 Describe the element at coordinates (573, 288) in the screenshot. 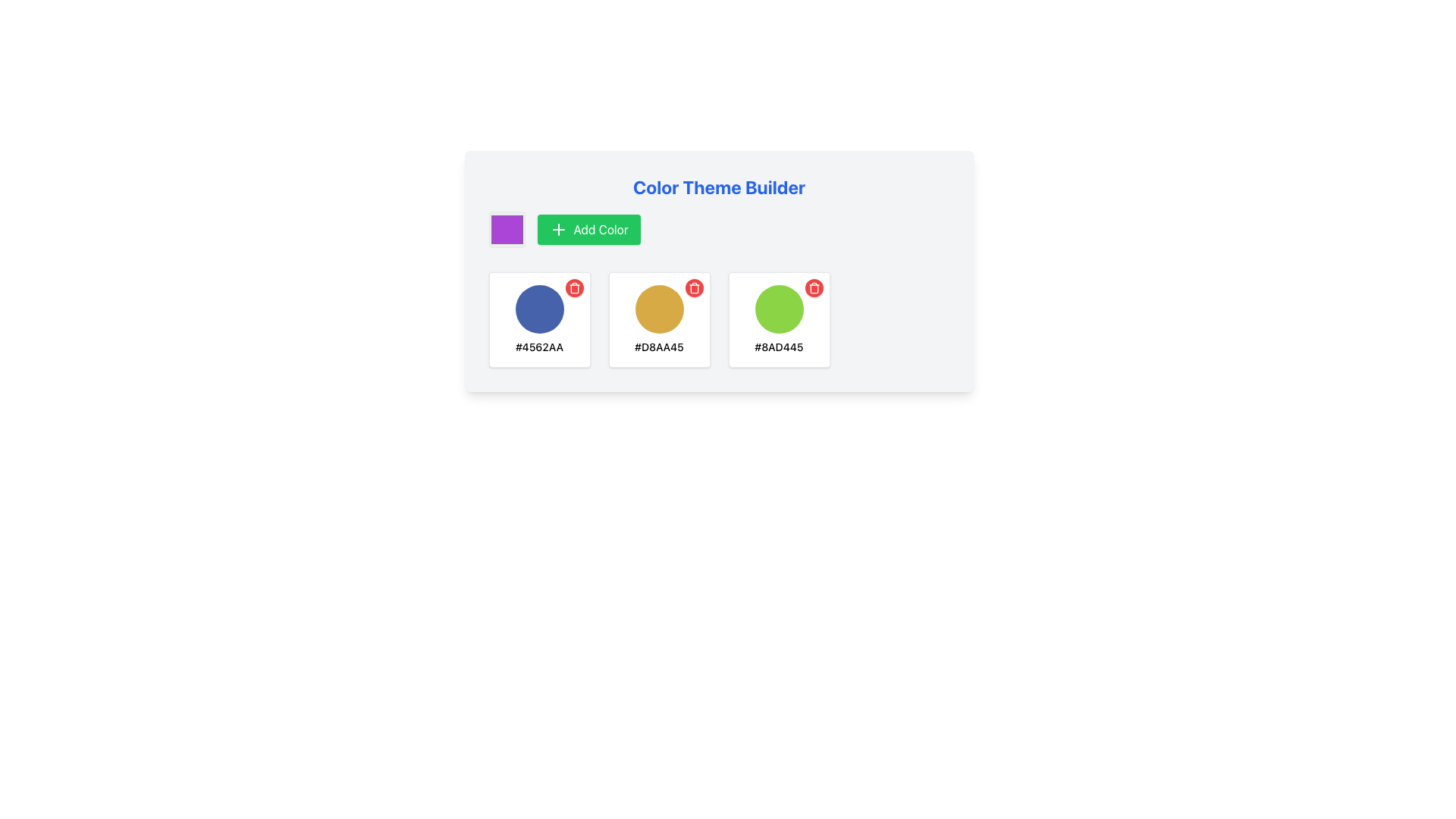

I see `the delete button located in the top-right corner of the first color card` at that location.